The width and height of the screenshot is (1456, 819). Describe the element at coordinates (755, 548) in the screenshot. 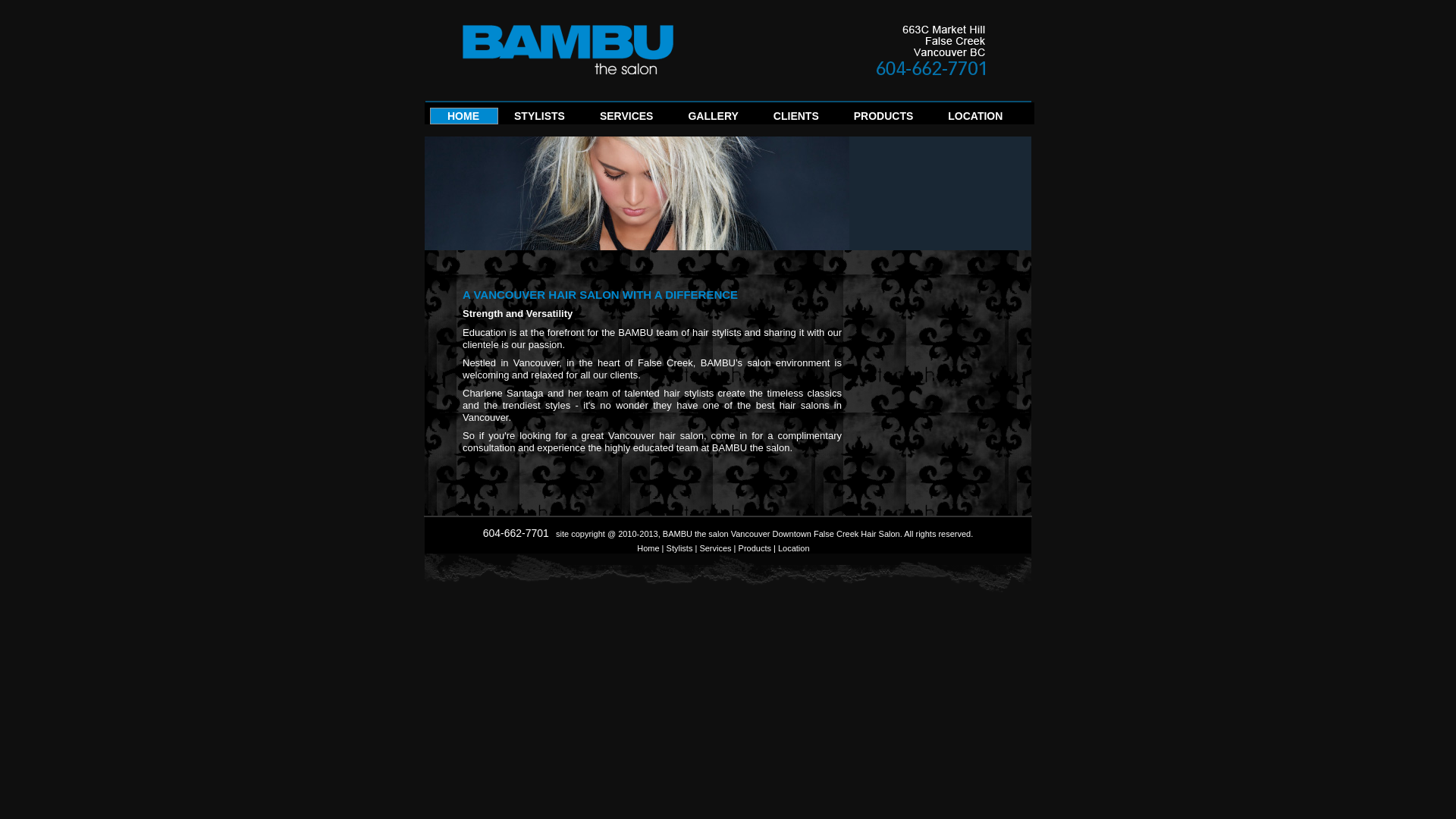

I see `'Products'` at that location.